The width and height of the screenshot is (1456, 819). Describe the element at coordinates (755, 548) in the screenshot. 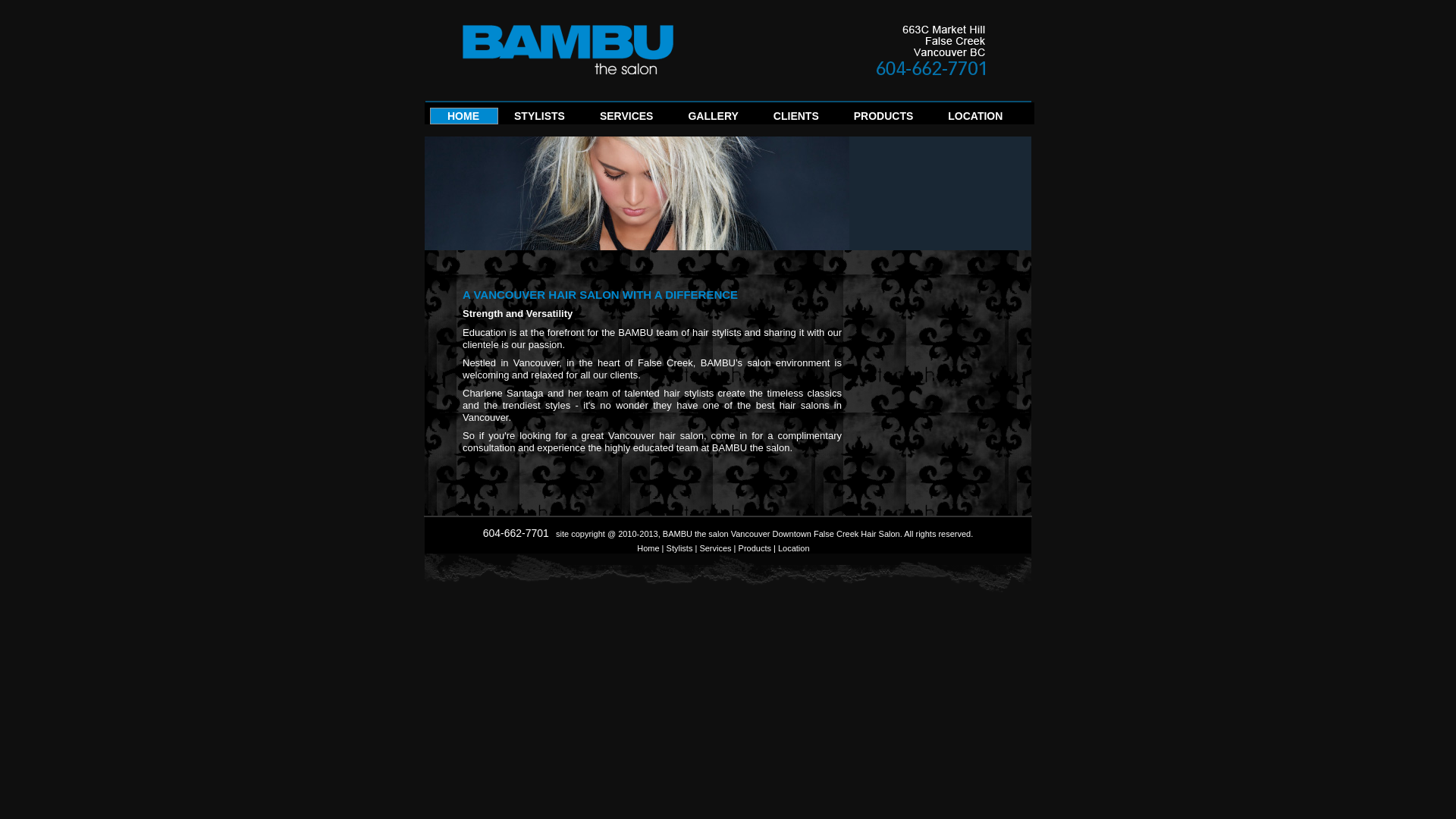

I see `'Products'` at that location.